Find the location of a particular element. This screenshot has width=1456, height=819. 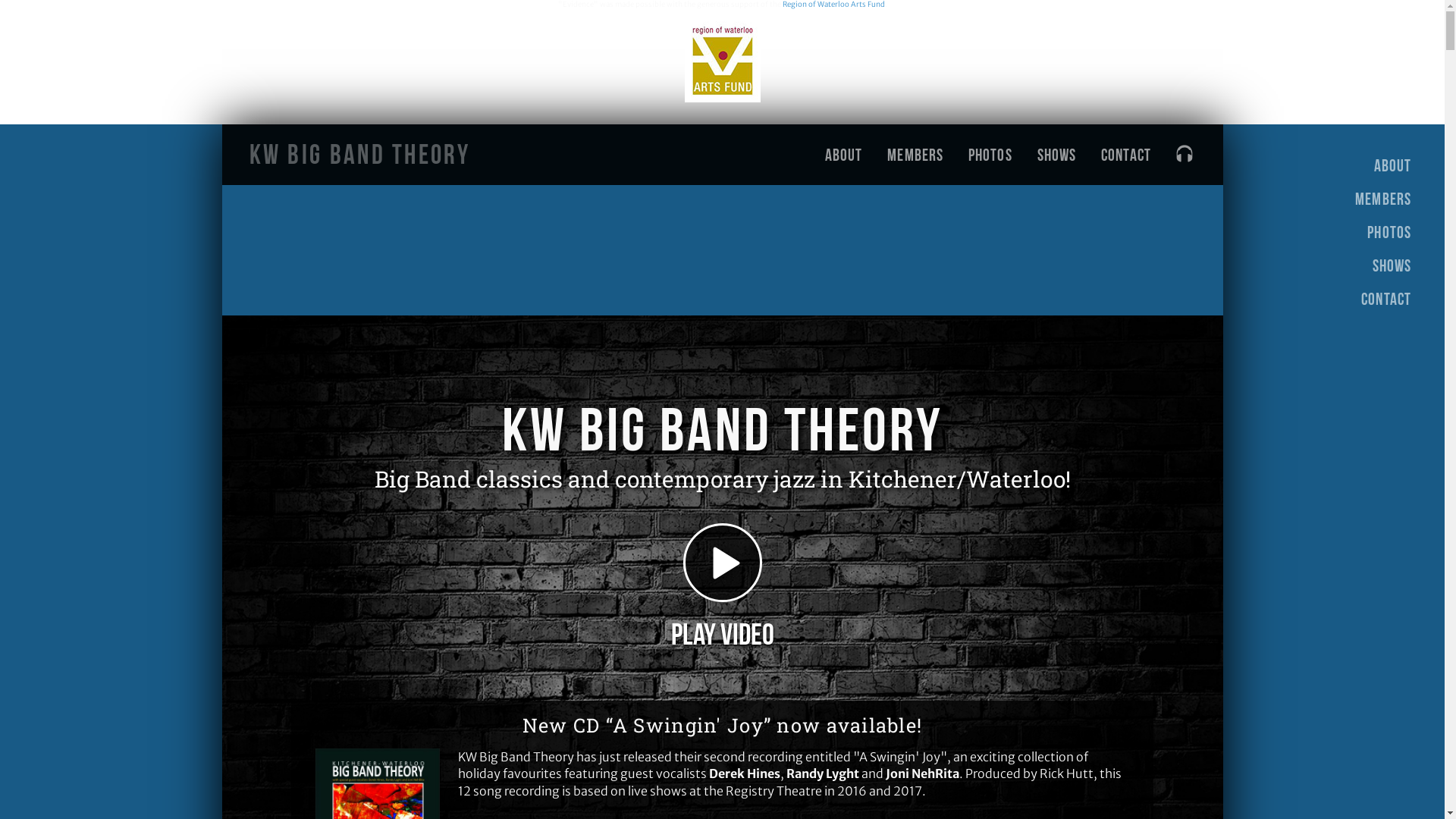

'Play Video' is located at coordinates (720, 588).